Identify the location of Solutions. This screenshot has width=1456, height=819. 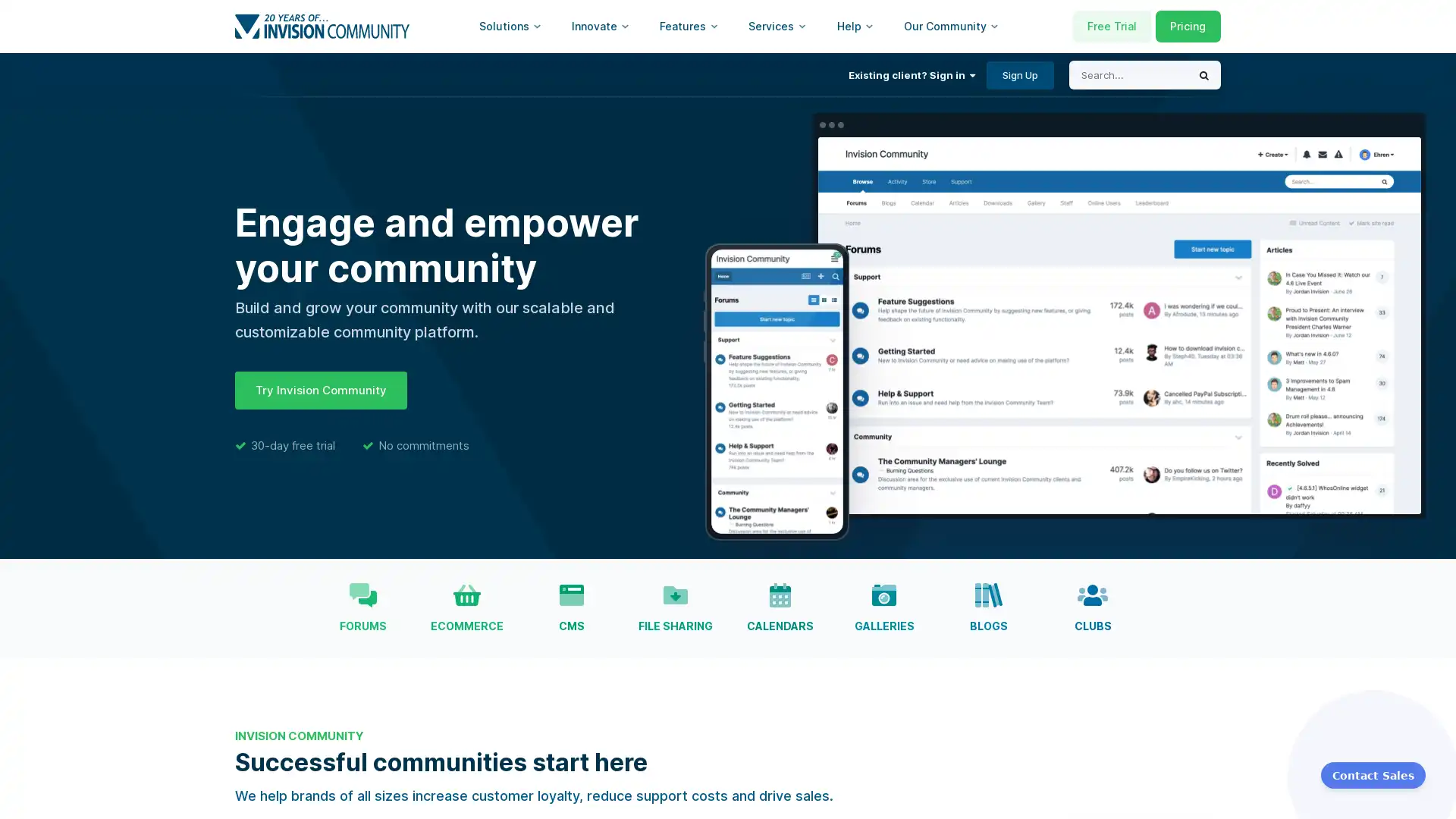
(510, 26).